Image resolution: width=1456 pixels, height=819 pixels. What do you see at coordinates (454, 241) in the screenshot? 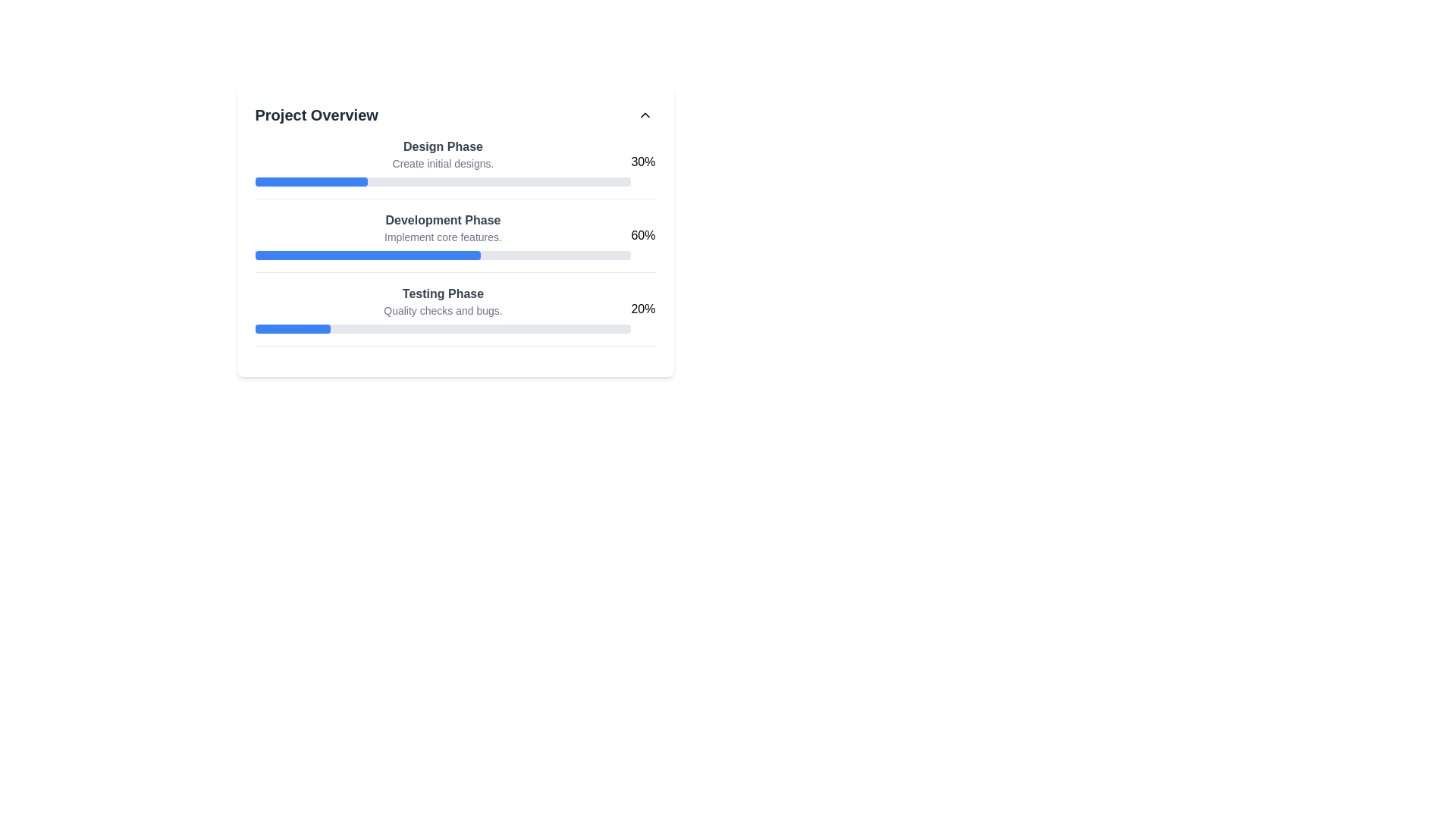
I see `the Progress bar list in the 'Project Overview' section` at bounding box center [454, 241].